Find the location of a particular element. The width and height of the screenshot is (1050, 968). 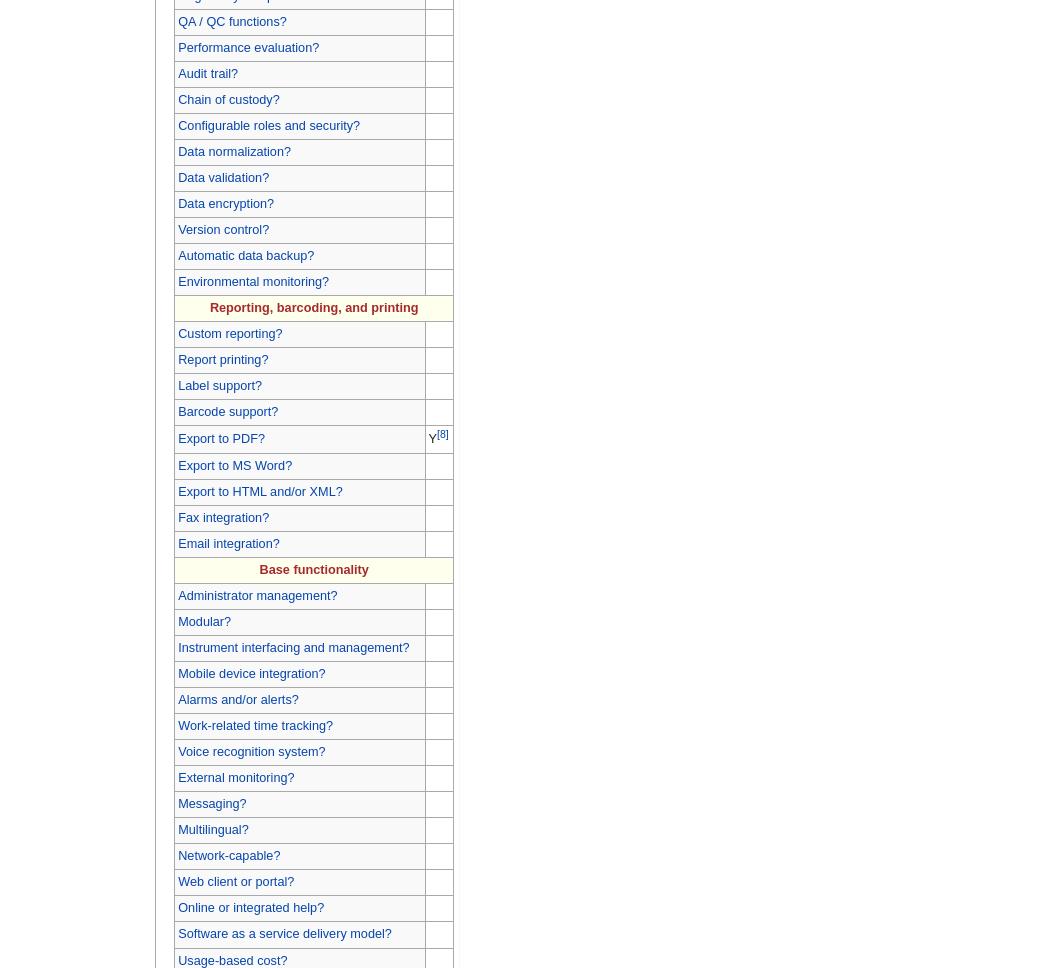

'Instrument interfacing and management?' is located at coordinates (292, 647).